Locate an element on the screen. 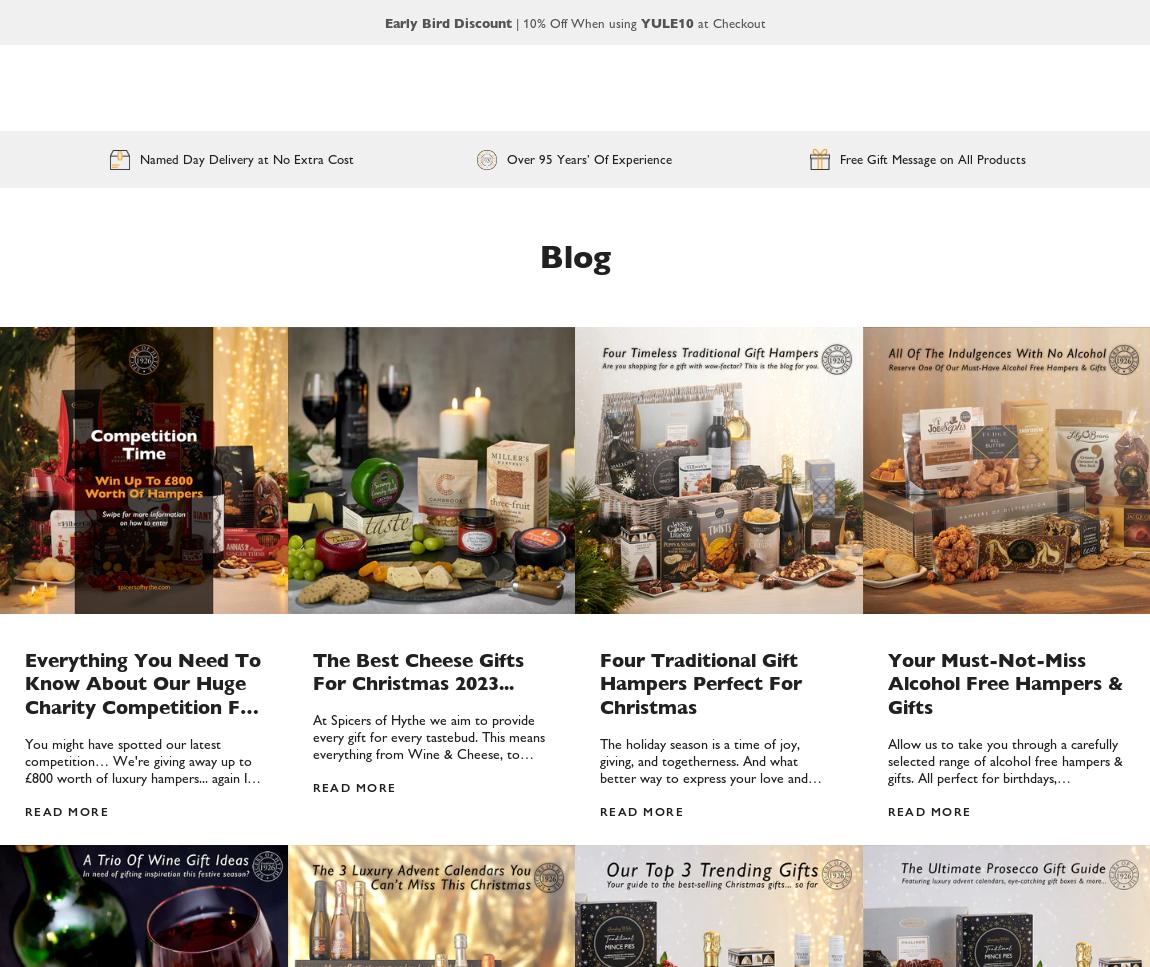  'Take a look at our letterbox gift range, the perfect small treat, whatever the occasion... In the fast-paced world we live in, finding the perfect gift can be challenging at...' is located at coordinates (598, 516).